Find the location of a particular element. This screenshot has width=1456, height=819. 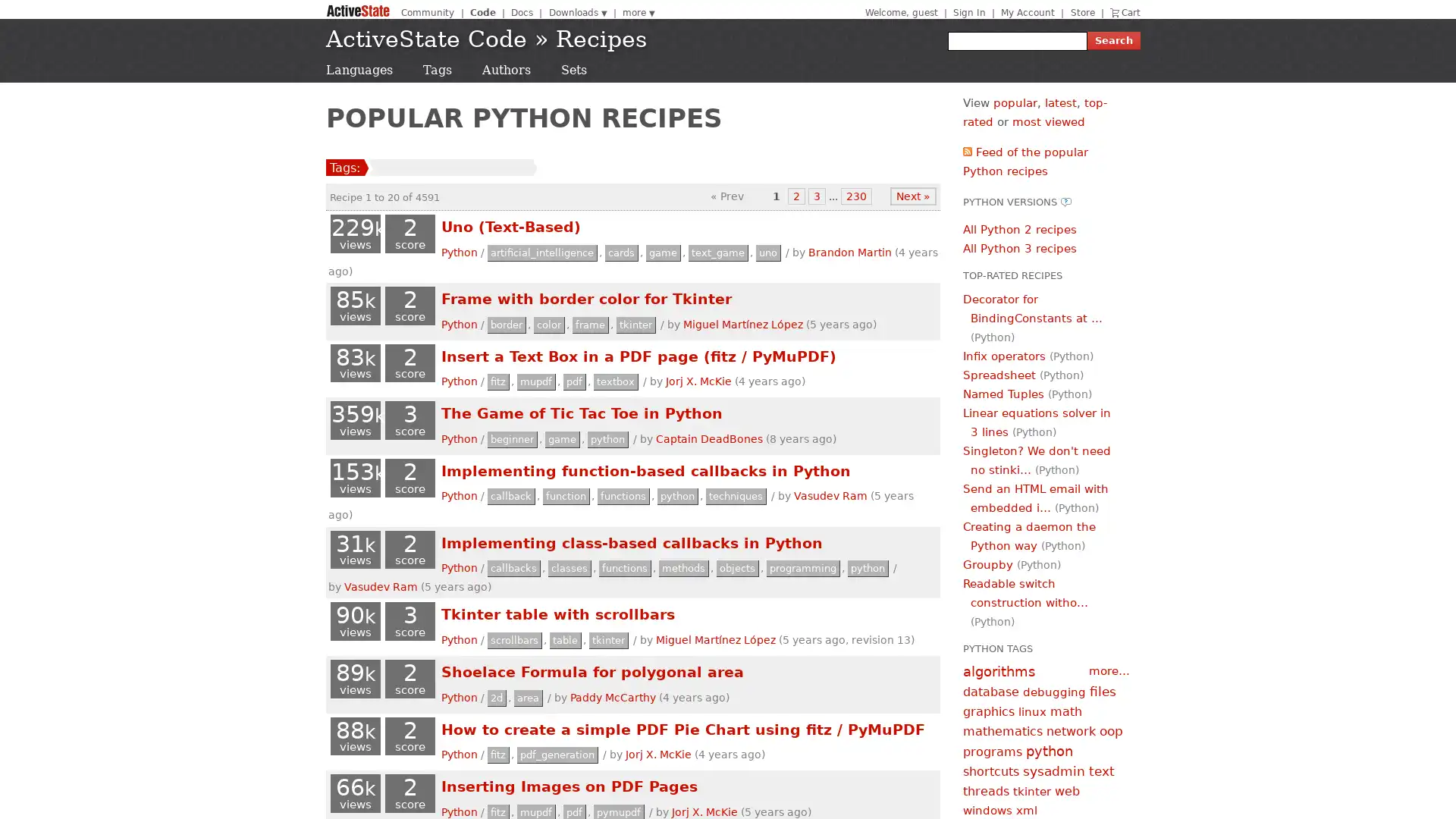

Search is located at coordinates (1113, 40).